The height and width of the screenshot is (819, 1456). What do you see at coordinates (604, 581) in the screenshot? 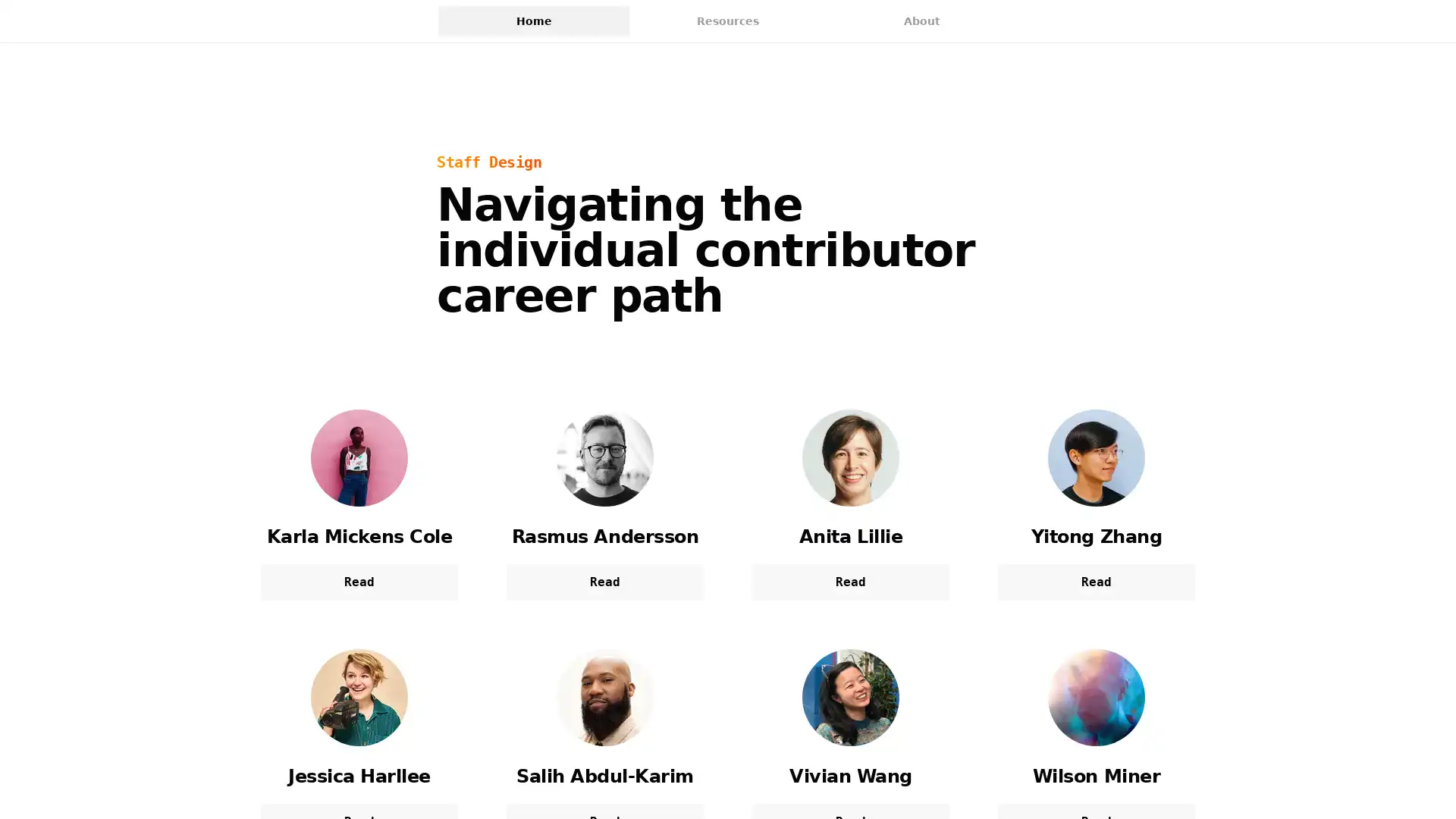
I see `Read` at bounding box center [604, 581].